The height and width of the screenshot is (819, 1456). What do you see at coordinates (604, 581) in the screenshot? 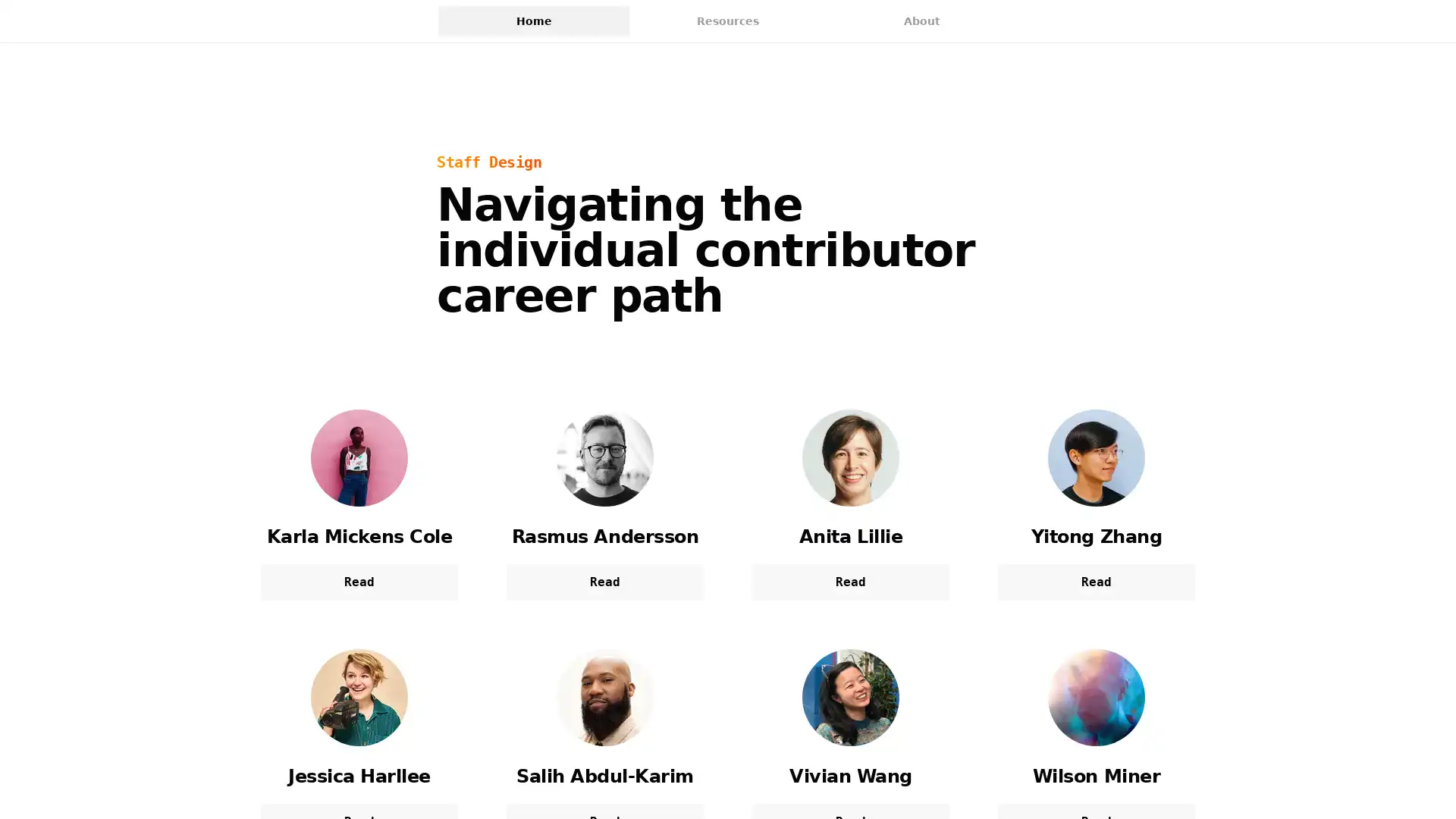
I see `Read` at bounding box center [604, 581].